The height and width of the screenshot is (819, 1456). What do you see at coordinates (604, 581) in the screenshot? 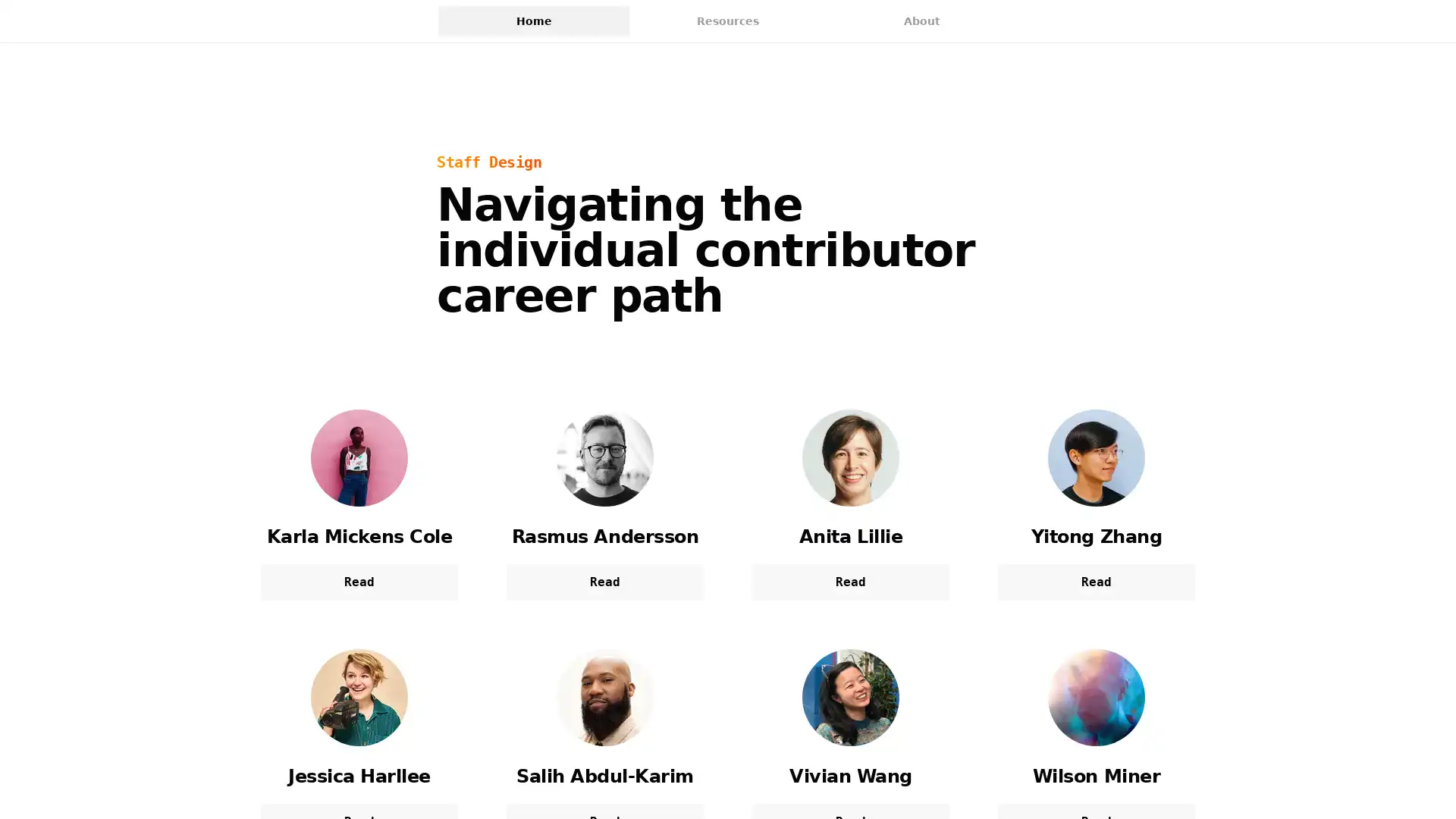
I see `Read` at bounding box center [604, 581].